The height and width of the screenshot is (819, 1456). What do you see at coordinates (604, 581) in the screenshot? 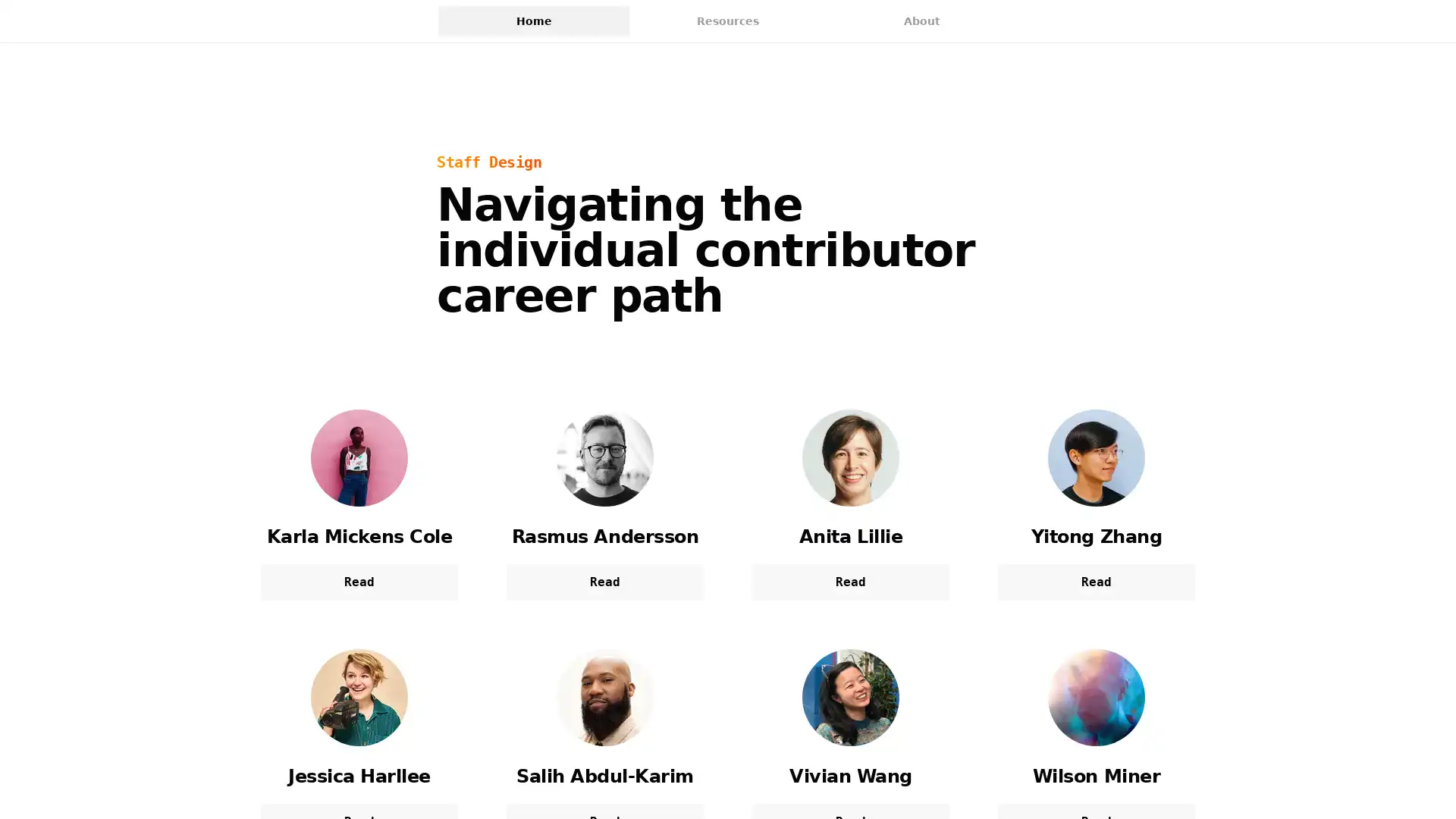
I see `Read` at bounding box center [604, 581].